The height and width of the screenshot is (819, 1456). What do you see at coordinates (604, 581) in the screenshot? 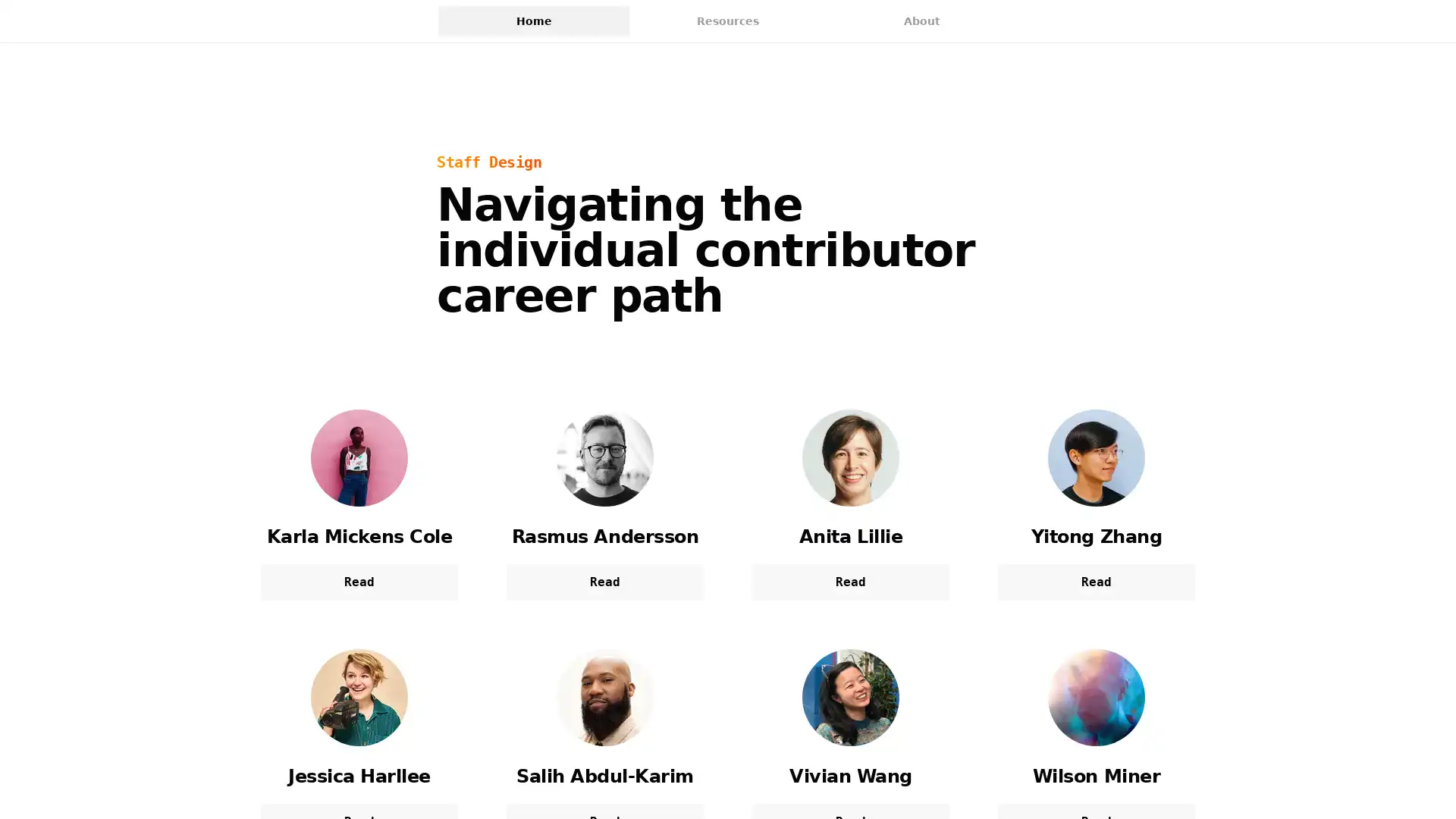
I see `Read` at bounding box center [604, 581].